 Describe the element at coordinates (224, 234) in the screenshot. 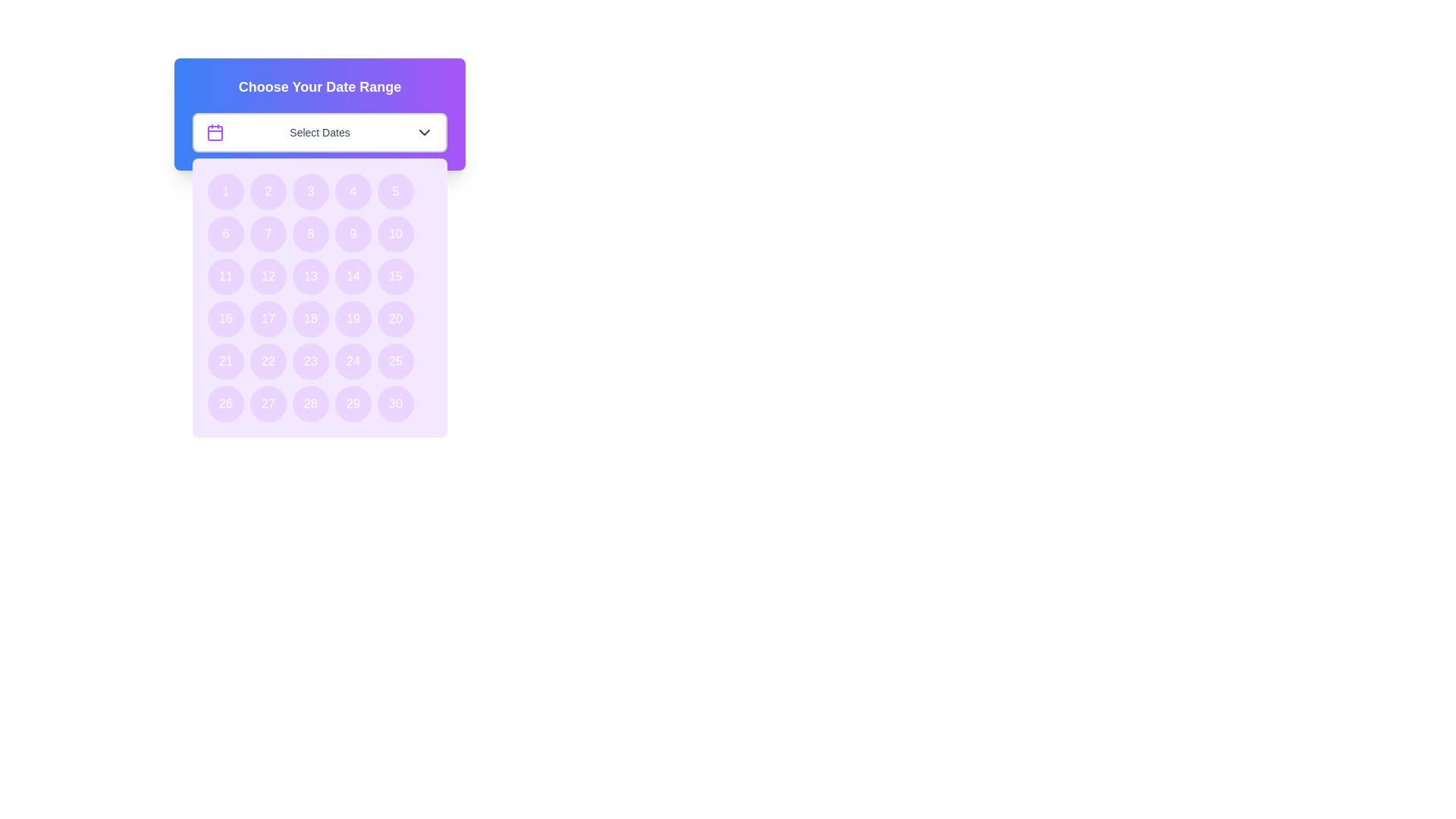

I see `the Interactive button located in the first column of the second row of the grid layout` at that location.